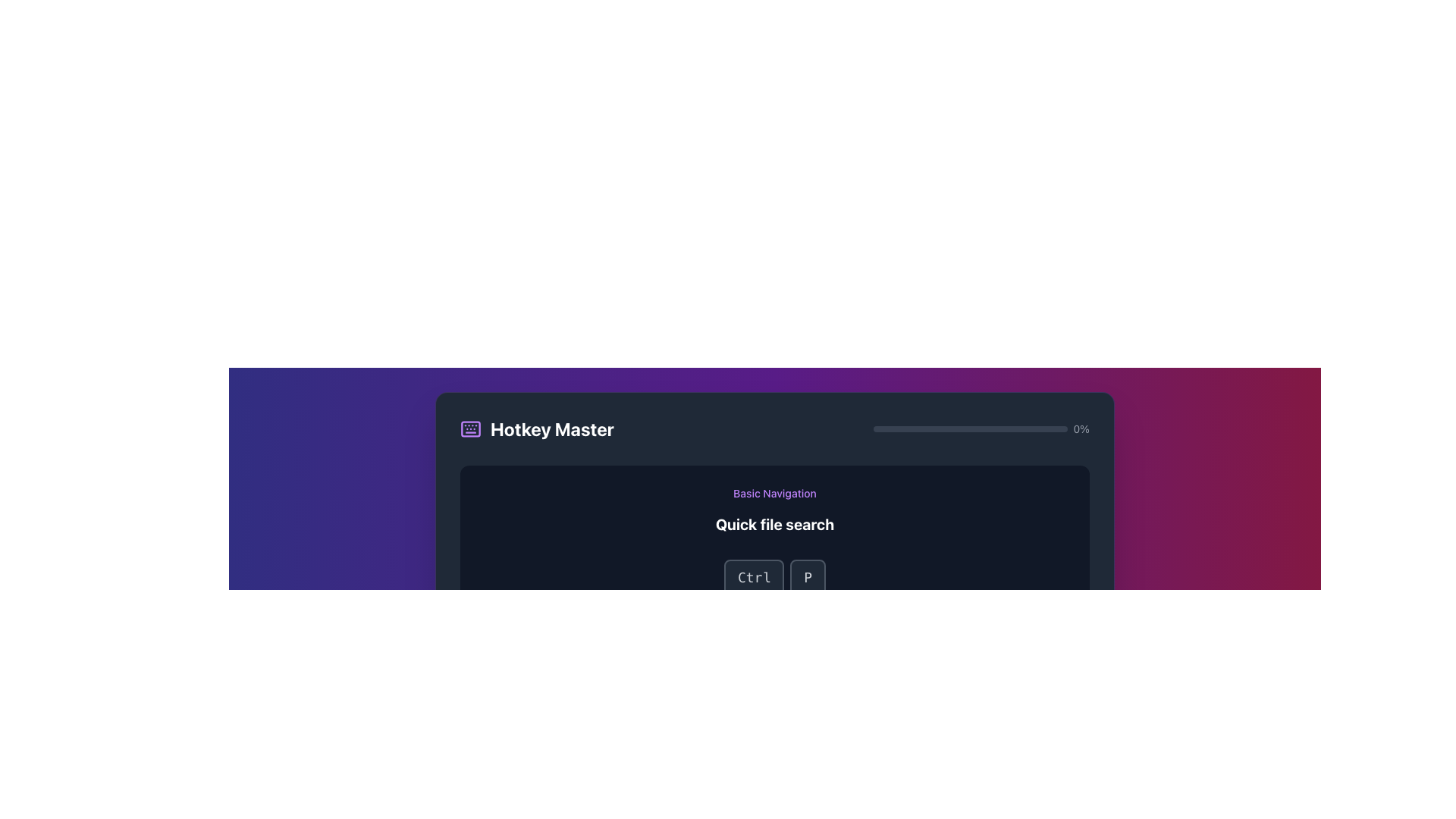 The height and width of the screenshot is (819, 1456). What do you see at coordinates (469, 429) in the screenshot?
I see `the keyboard icon with a purple tint located to the left of the 'Hotkey Master' text in the header area` at bounding box center [469, 429].